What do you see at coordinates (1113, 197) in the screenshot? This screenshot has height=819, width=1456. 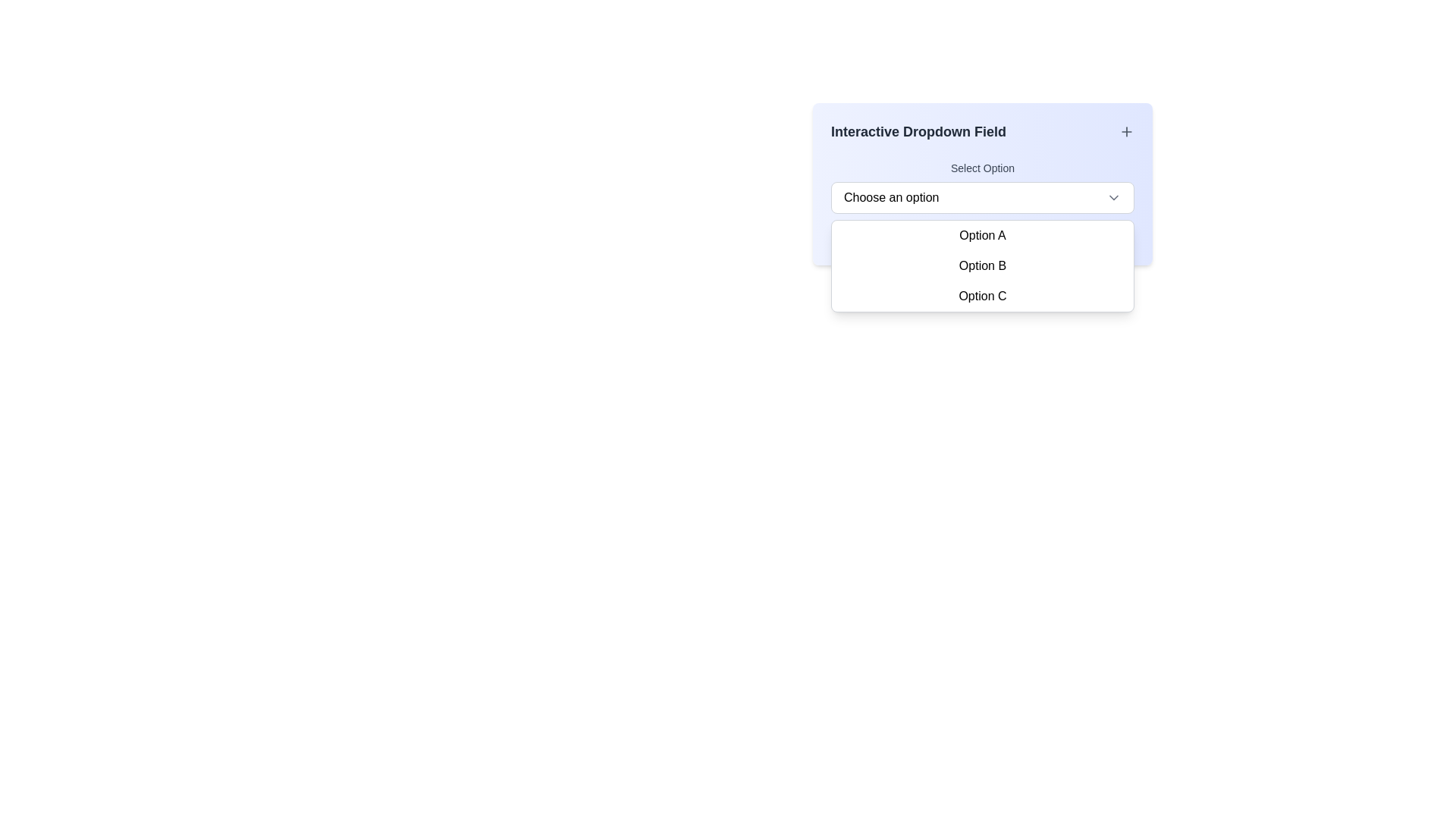 I see `the chevron-down icon within the dropdown menu labeled 'Choose an option', which is gray and right-aligned` at bounding box center [1113, 197].